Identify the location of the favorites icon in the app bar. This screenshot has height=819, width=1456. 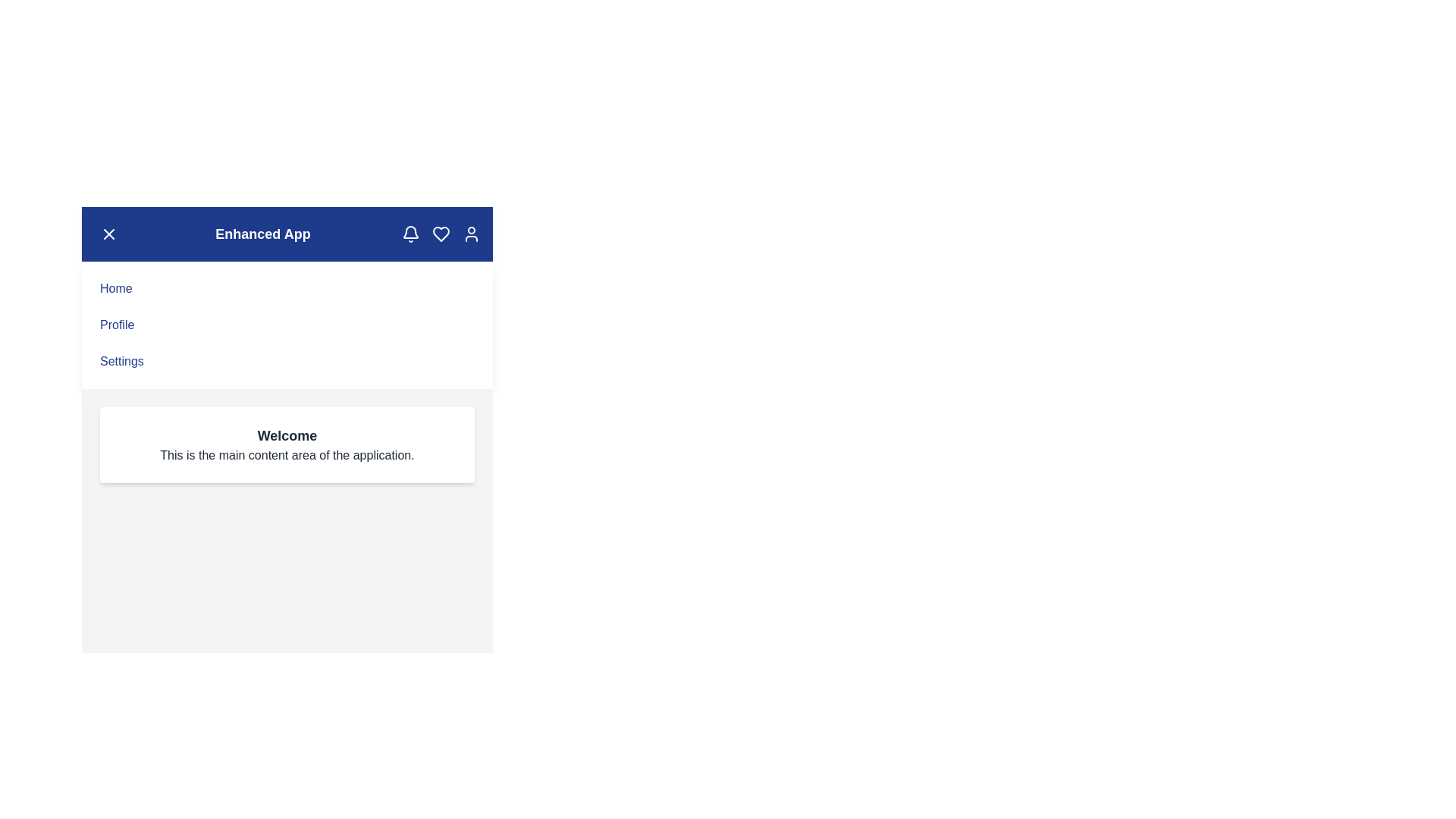
(440, 234).